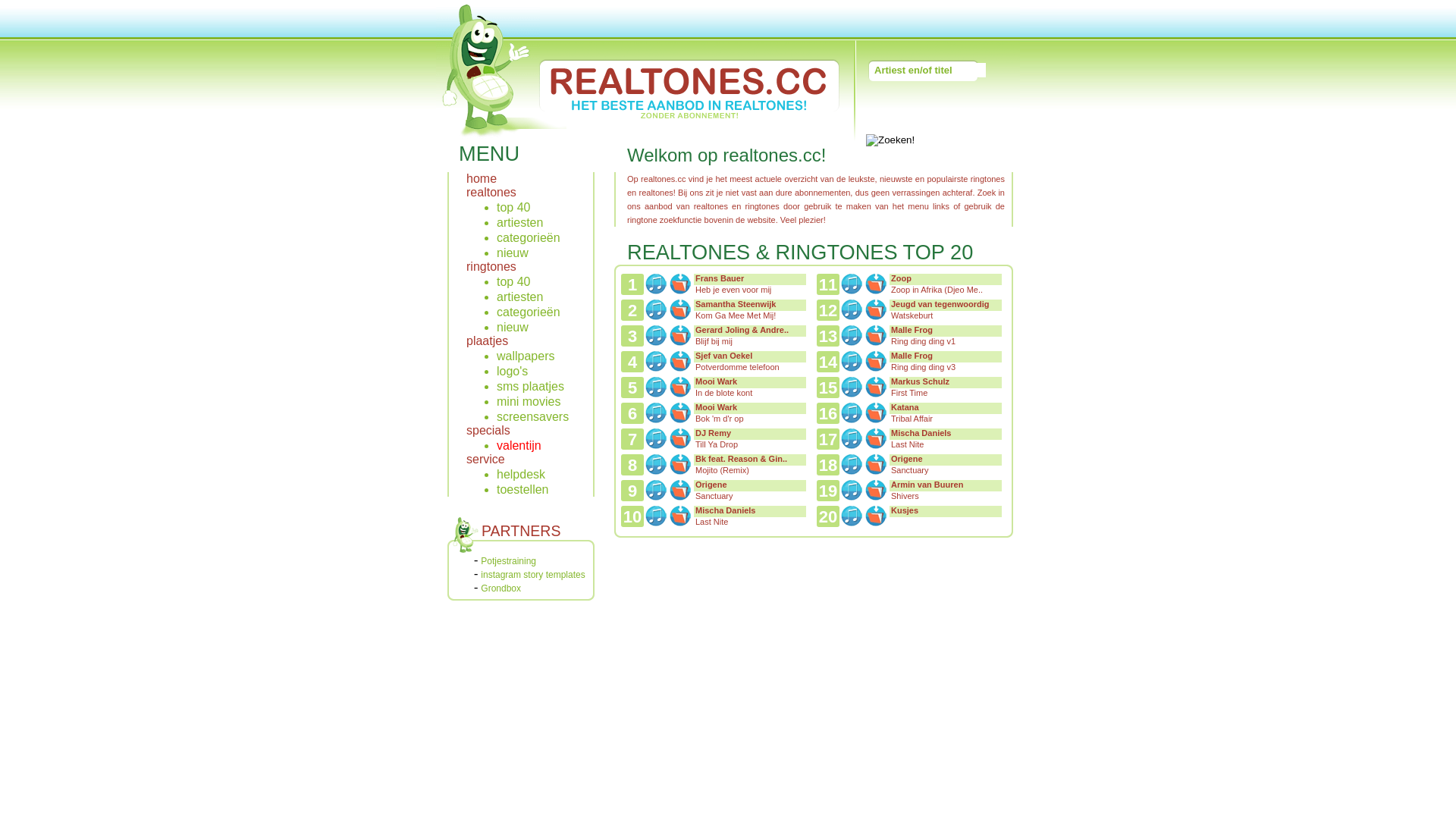 Image resolution: width=1456 pixels, height=819 pixels. What do you see at coordinates (716, 444) in the screenshot?
I see `'Till Ya Drop'` at bounding box center [716, 444].